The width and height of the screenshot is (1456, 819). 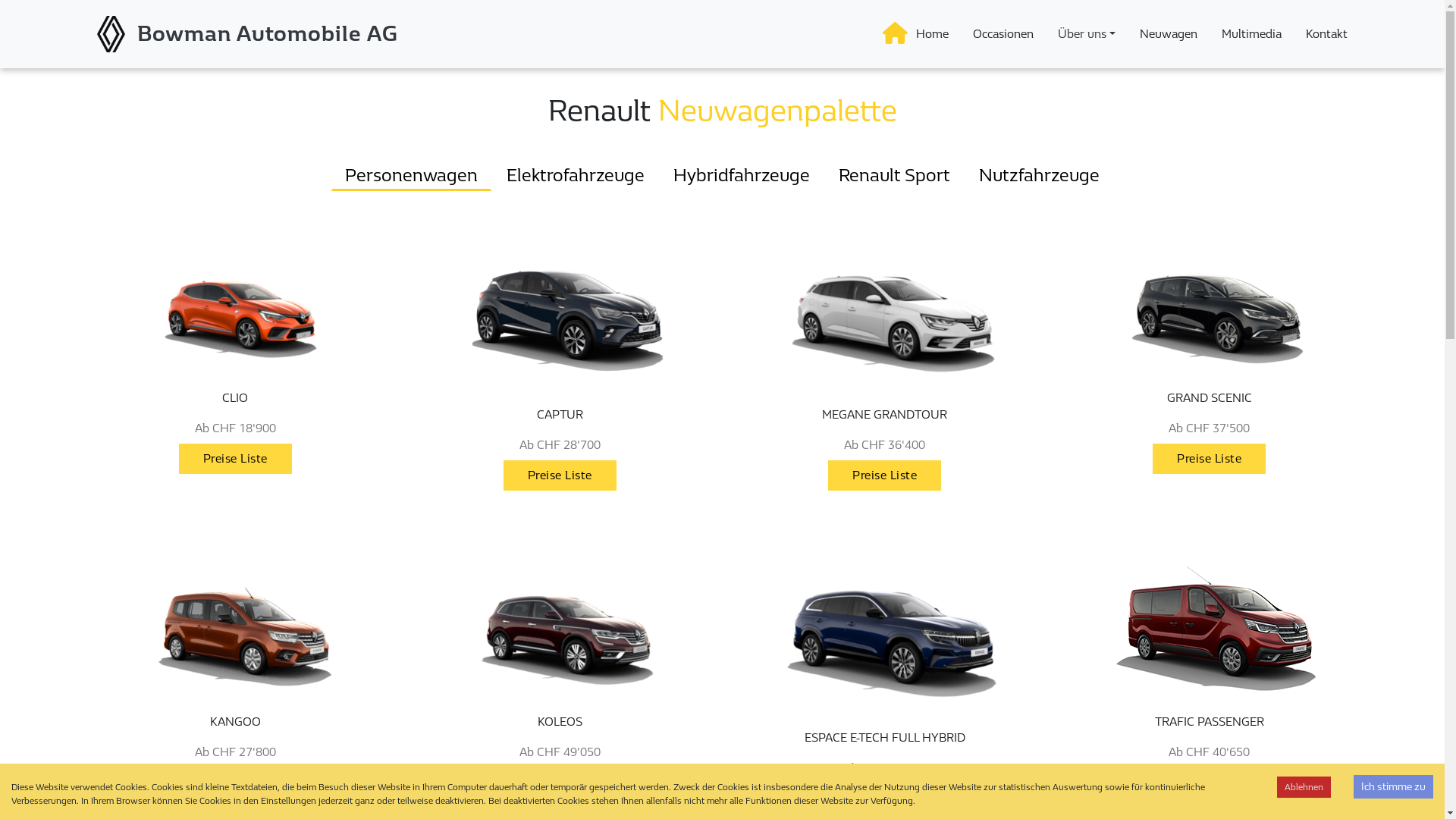 I want to click on 'Preise Liste', so click(x=559, y=474).